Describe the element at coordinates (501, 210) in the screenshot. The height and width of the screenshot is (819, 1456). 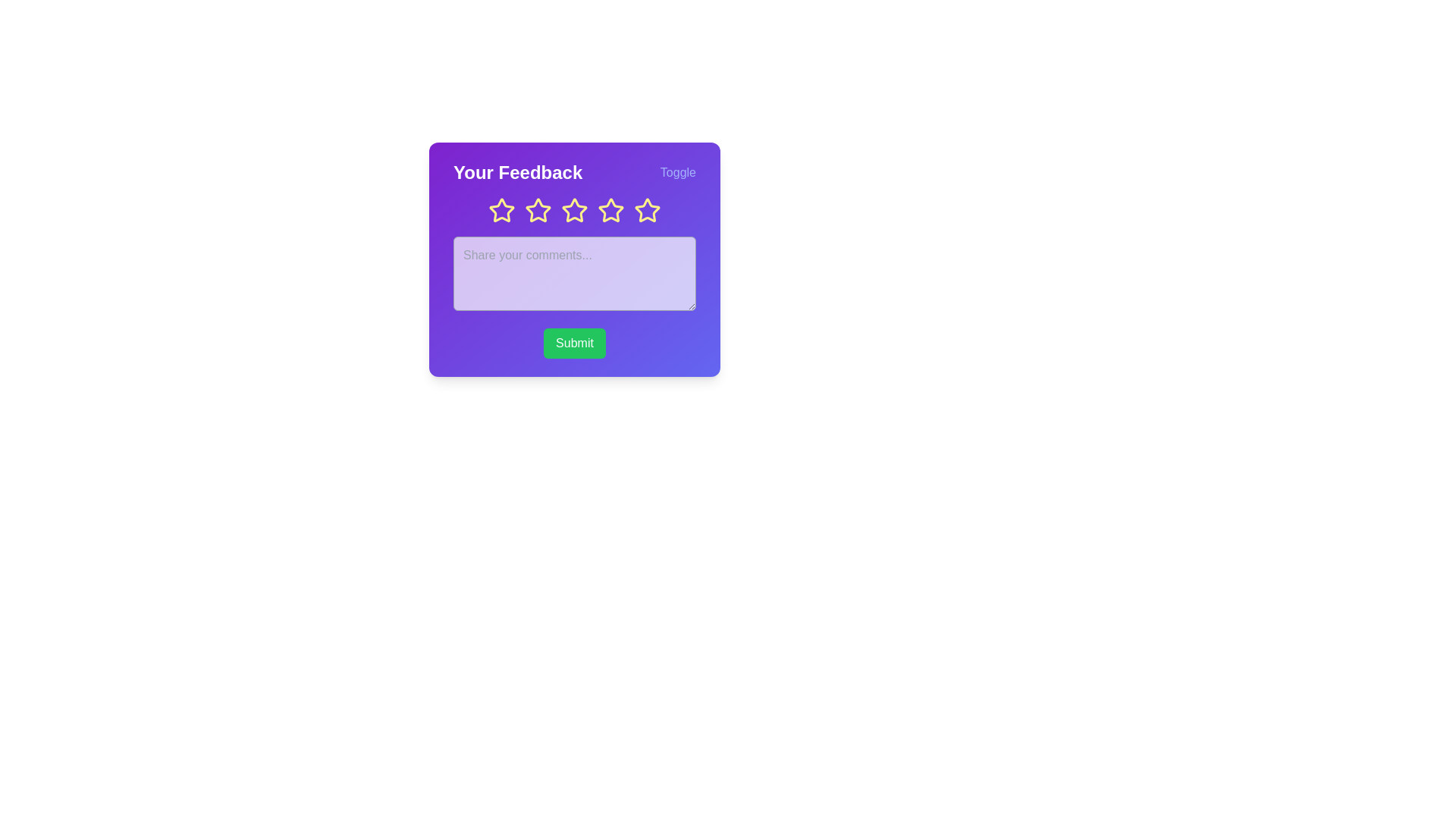
I see `the first star icon in the row of rating stars` at that location.